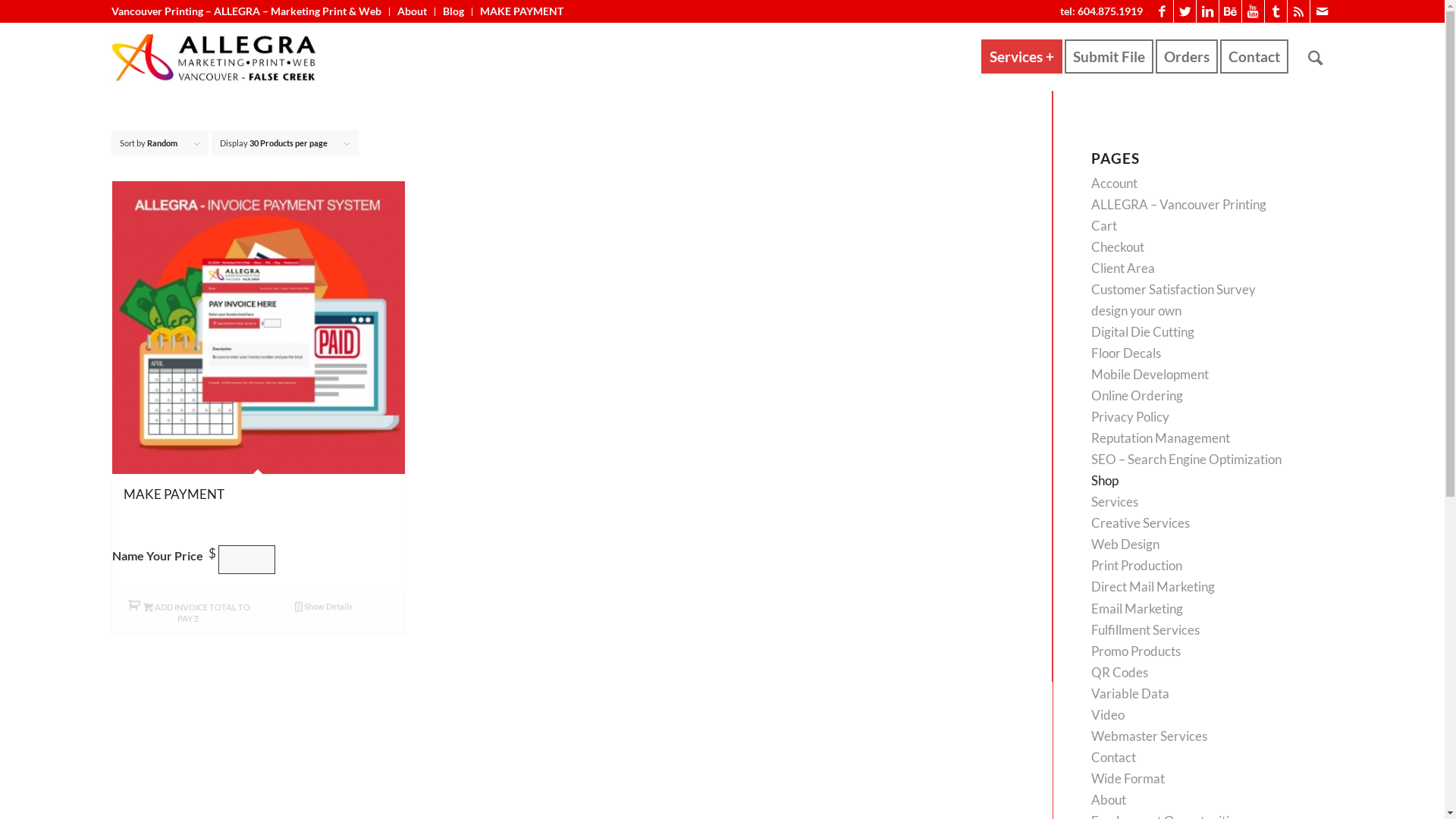  I want to click on 'Linkedin', so click(1207, 11).